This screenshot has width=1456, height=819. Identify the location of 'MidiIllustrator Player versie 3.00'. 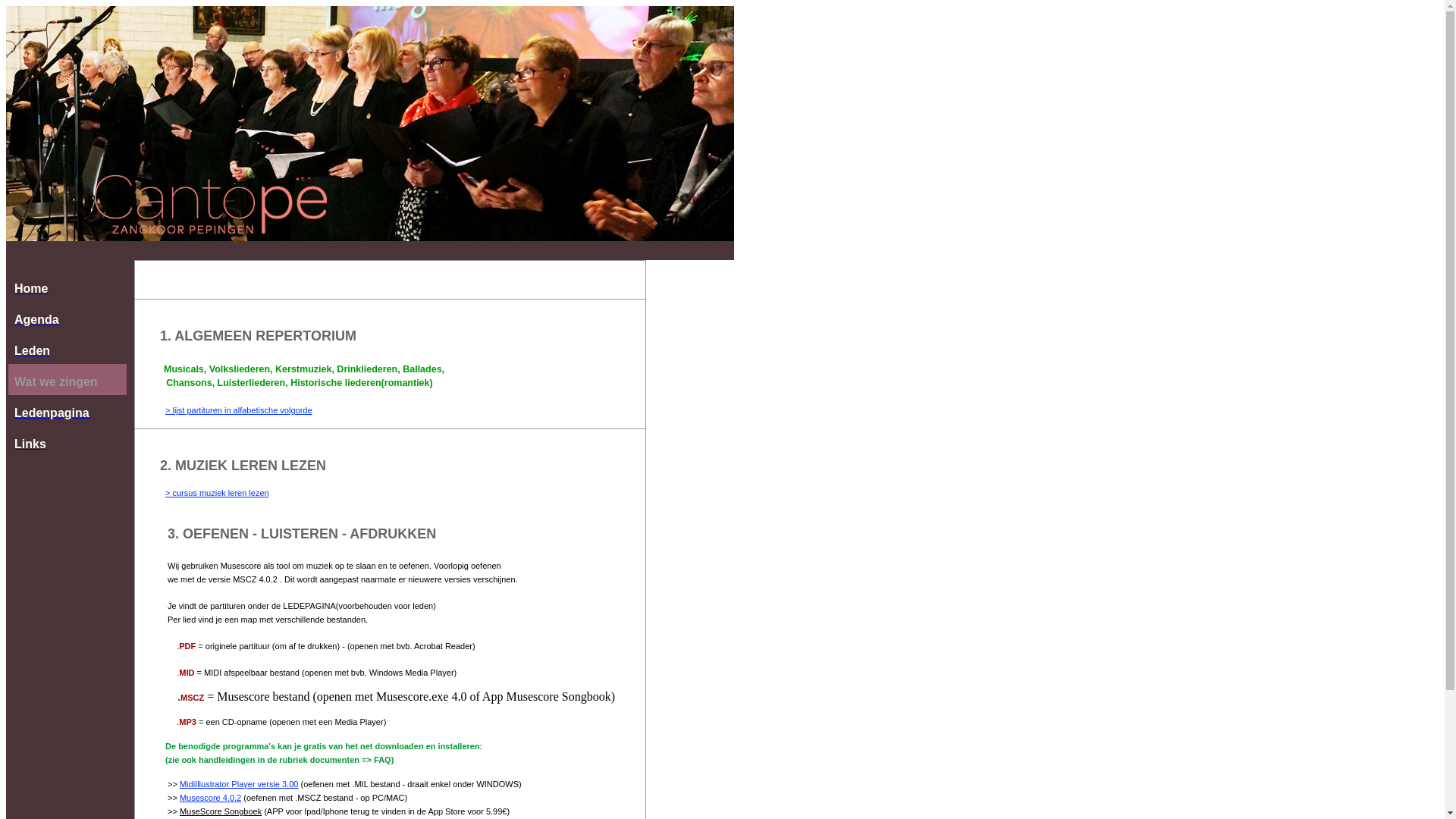
(238, 783).